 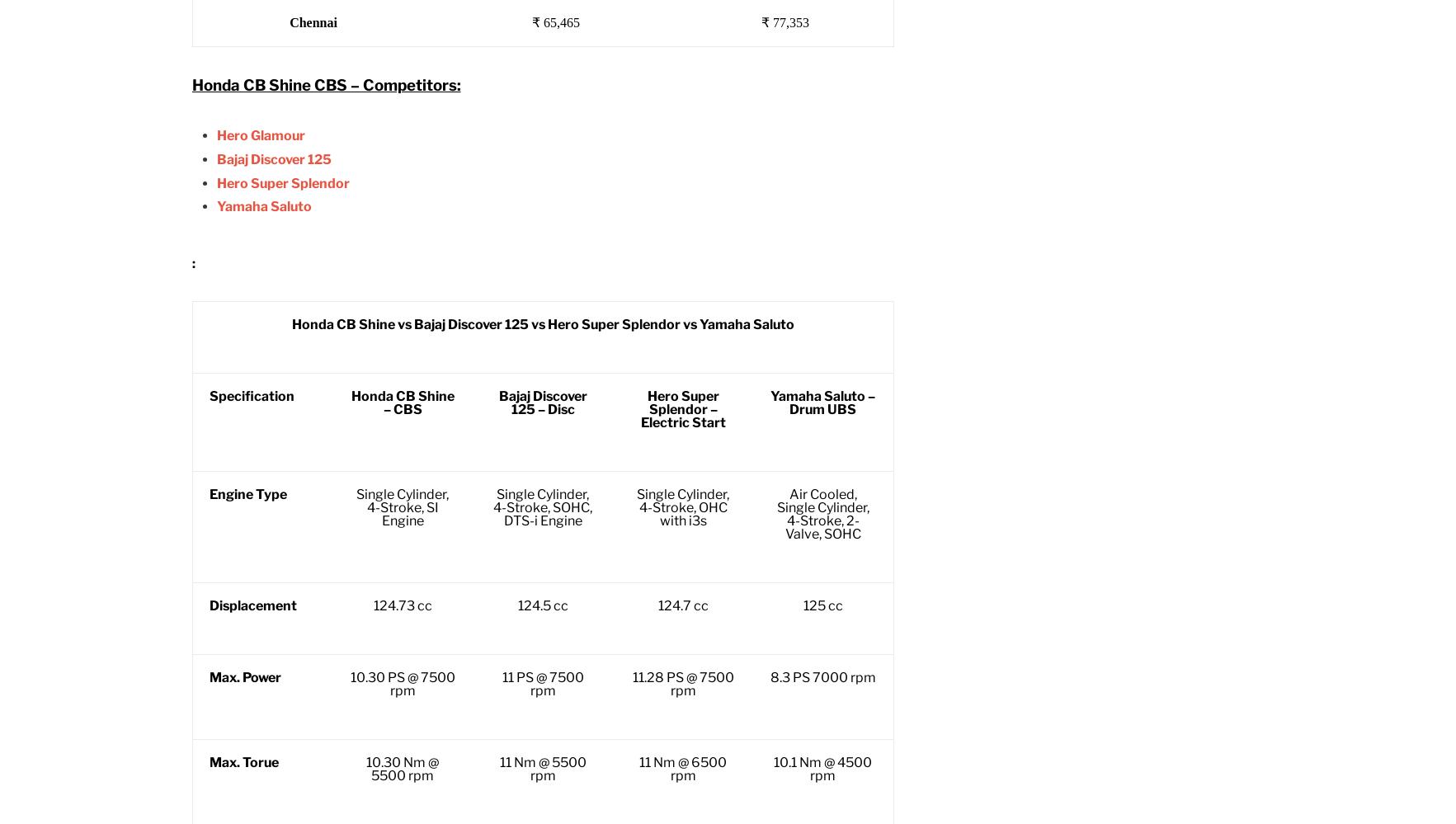 I want to click on 'Yamaha Saluto', so click(x=262, y=206).